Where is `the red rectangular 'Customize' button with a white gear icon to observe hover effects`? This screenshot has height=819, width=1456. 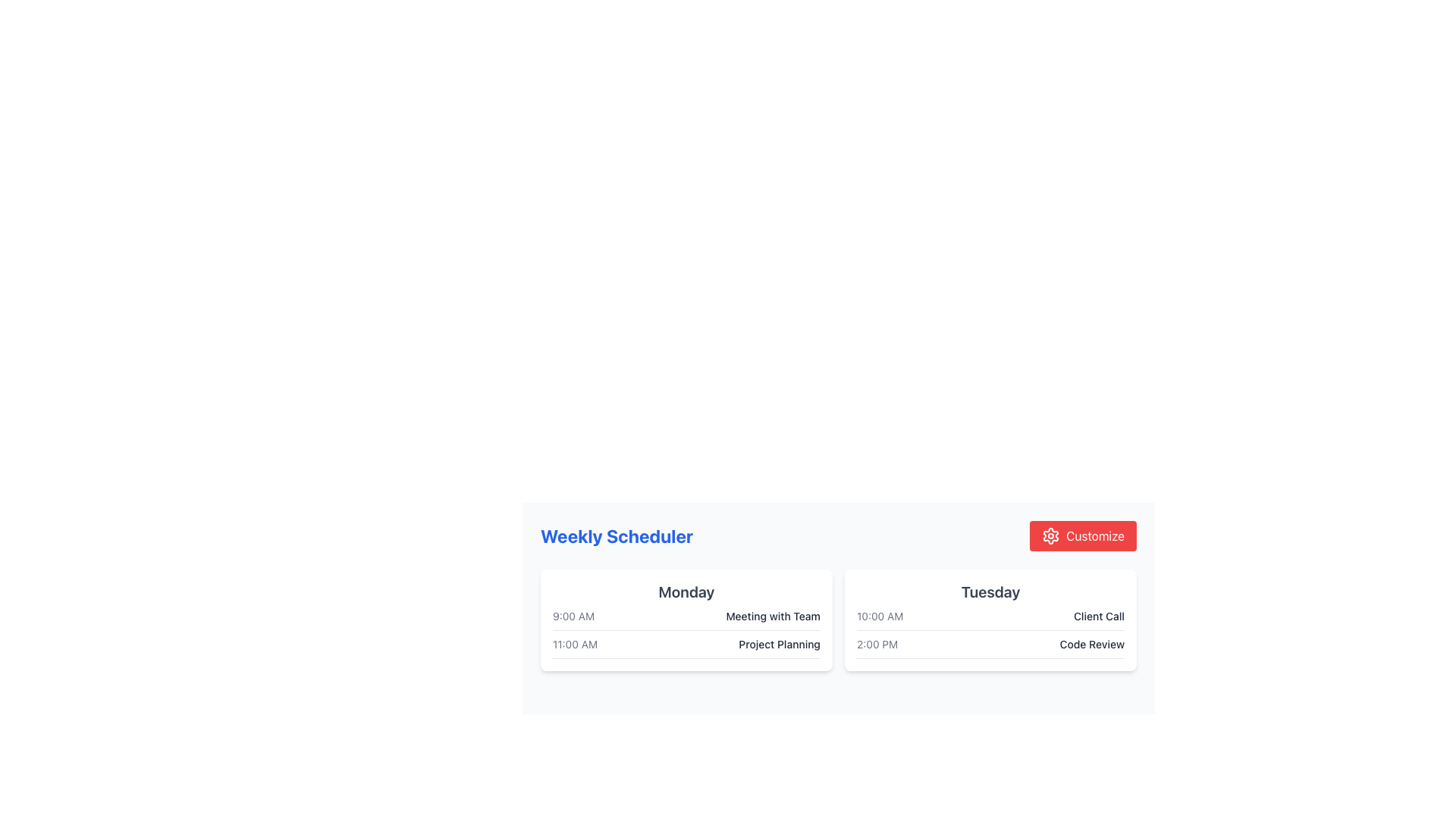 the red rectangular 'Customize' button with a white gear icon to observe hover effects is located at coordinates (1082, 535).